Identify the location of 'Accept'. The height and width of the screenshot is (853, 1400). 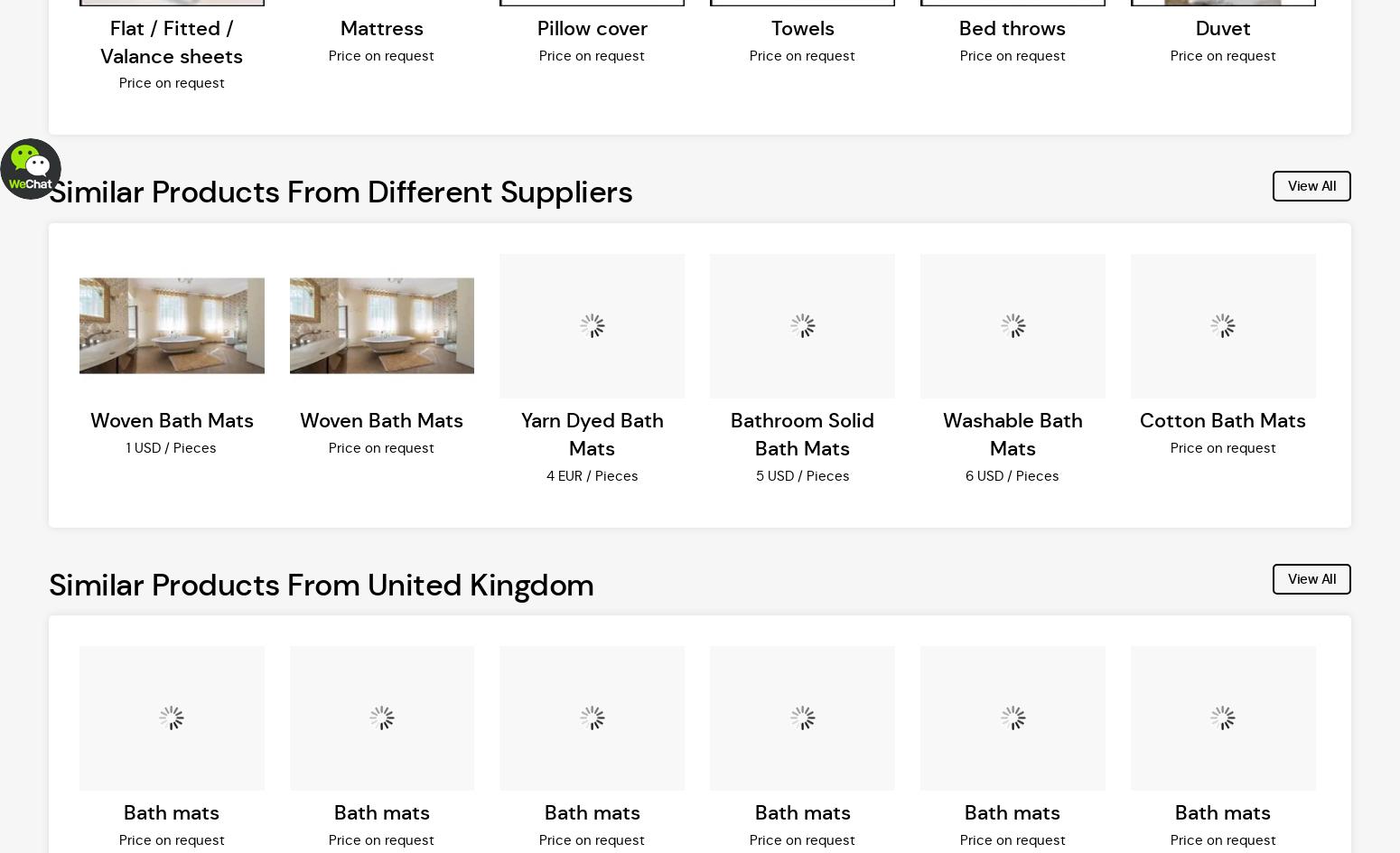
(1232, 62).